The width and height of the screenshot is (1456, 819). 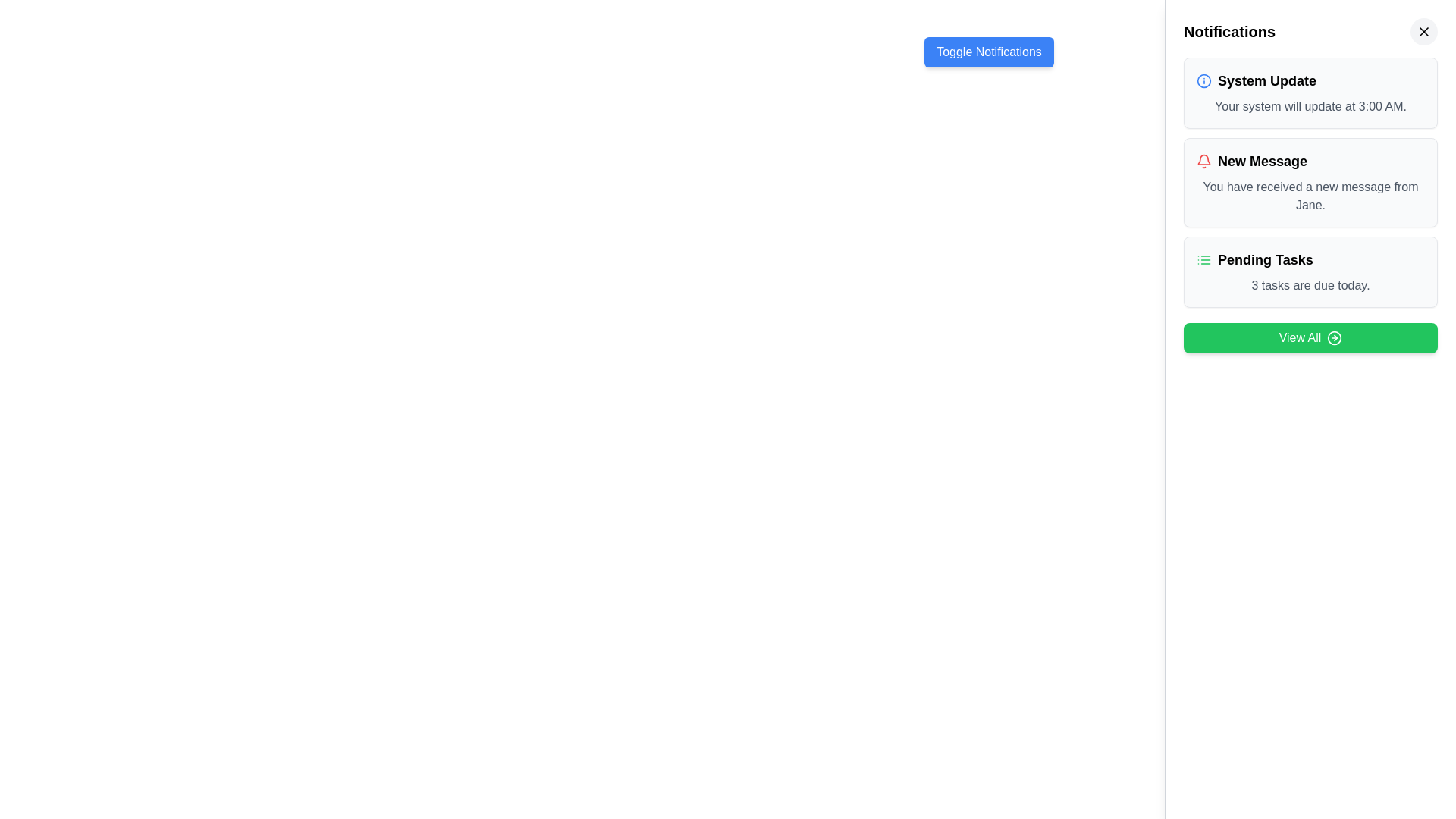 What do you see at coordinates (1423, 32) in the screenshot?
I see `the Close button icon located in the top-right corner of the notification panel to observe the hover effect` at bounding box center [1423, 32].